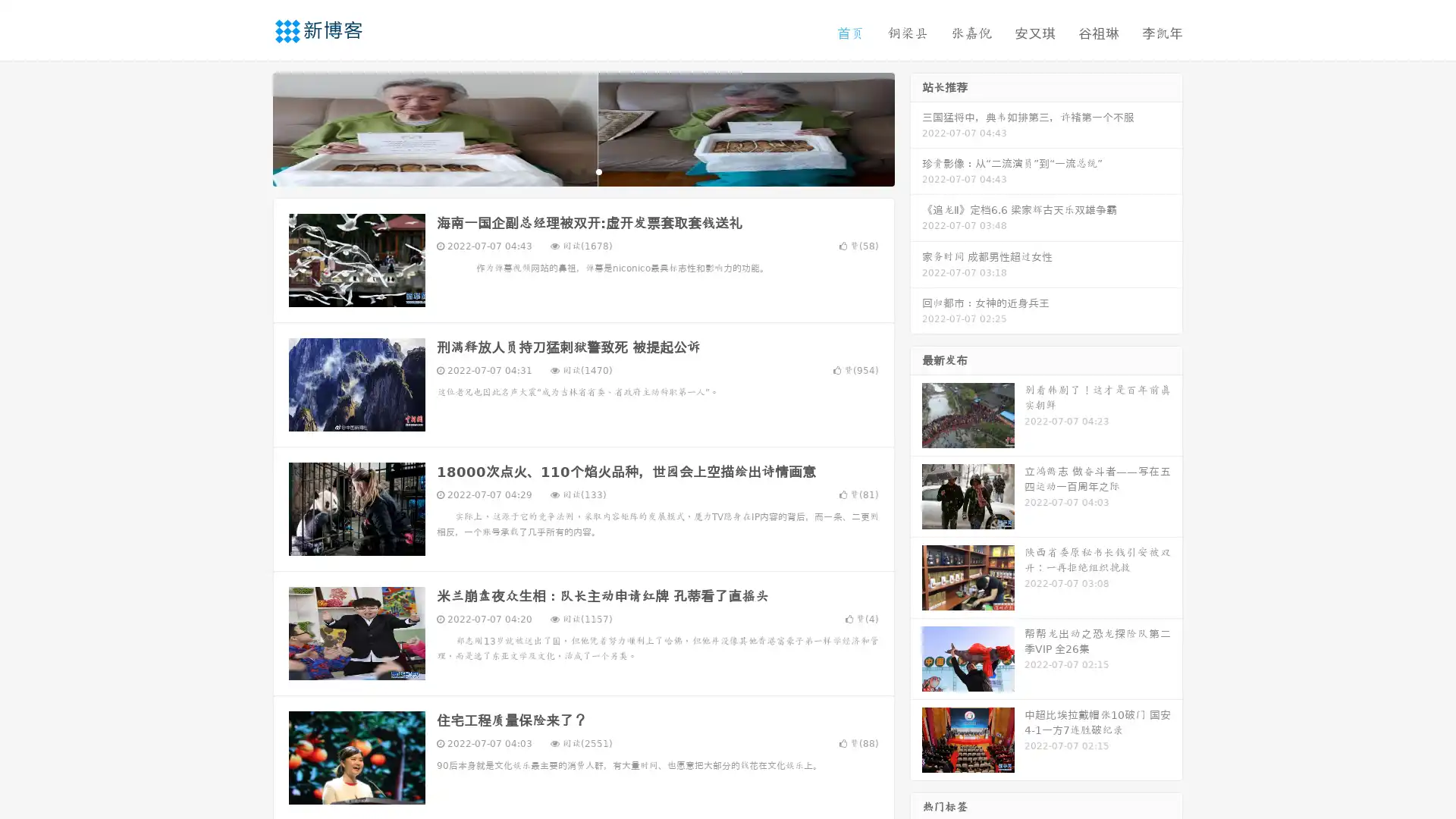 Image resolution: width=1456 pixels, height=819 pixels. I want to click on Previous slide, so click(250, 127).